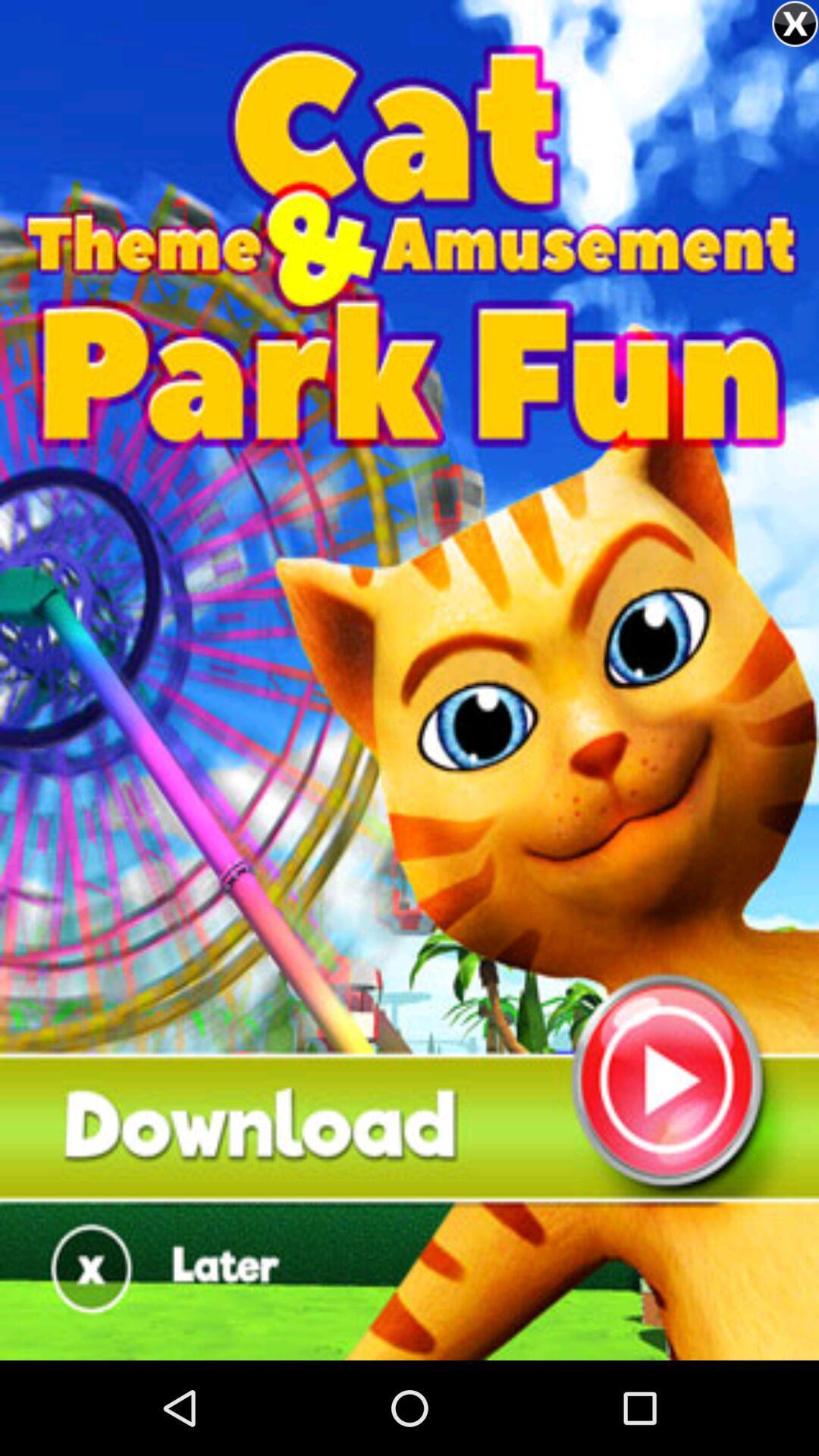  Describe the element at coordinates (794, 25) in the screenshot. I see `the close icon` at that location.